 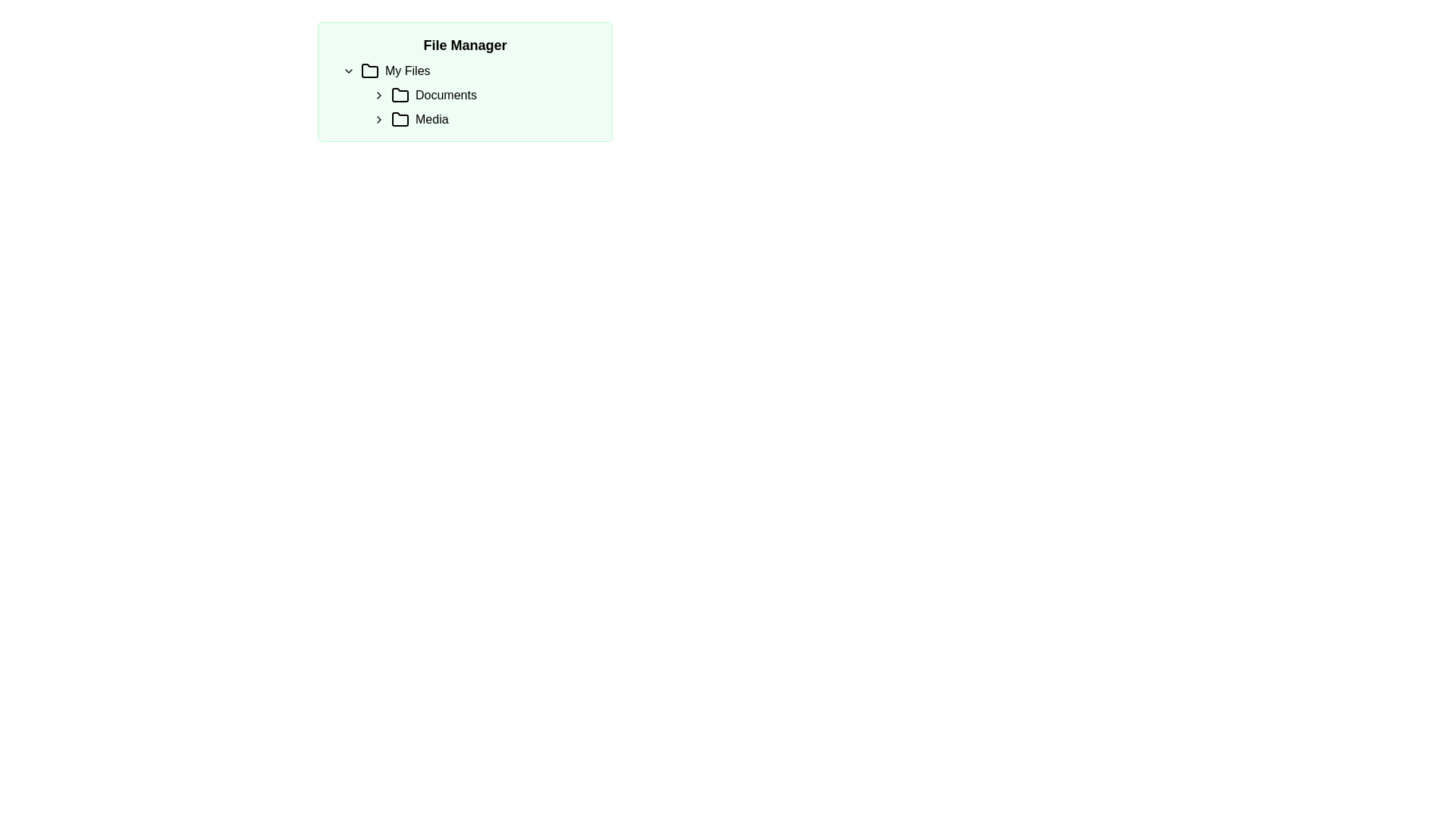 What do you see at coordinates (400, 96) in the screenshot?
I see `the 'Documents' folder icon in the File Manager interface, which is visually represented and located to the left of the text 'Documents'` at bounding box center [400, 96].